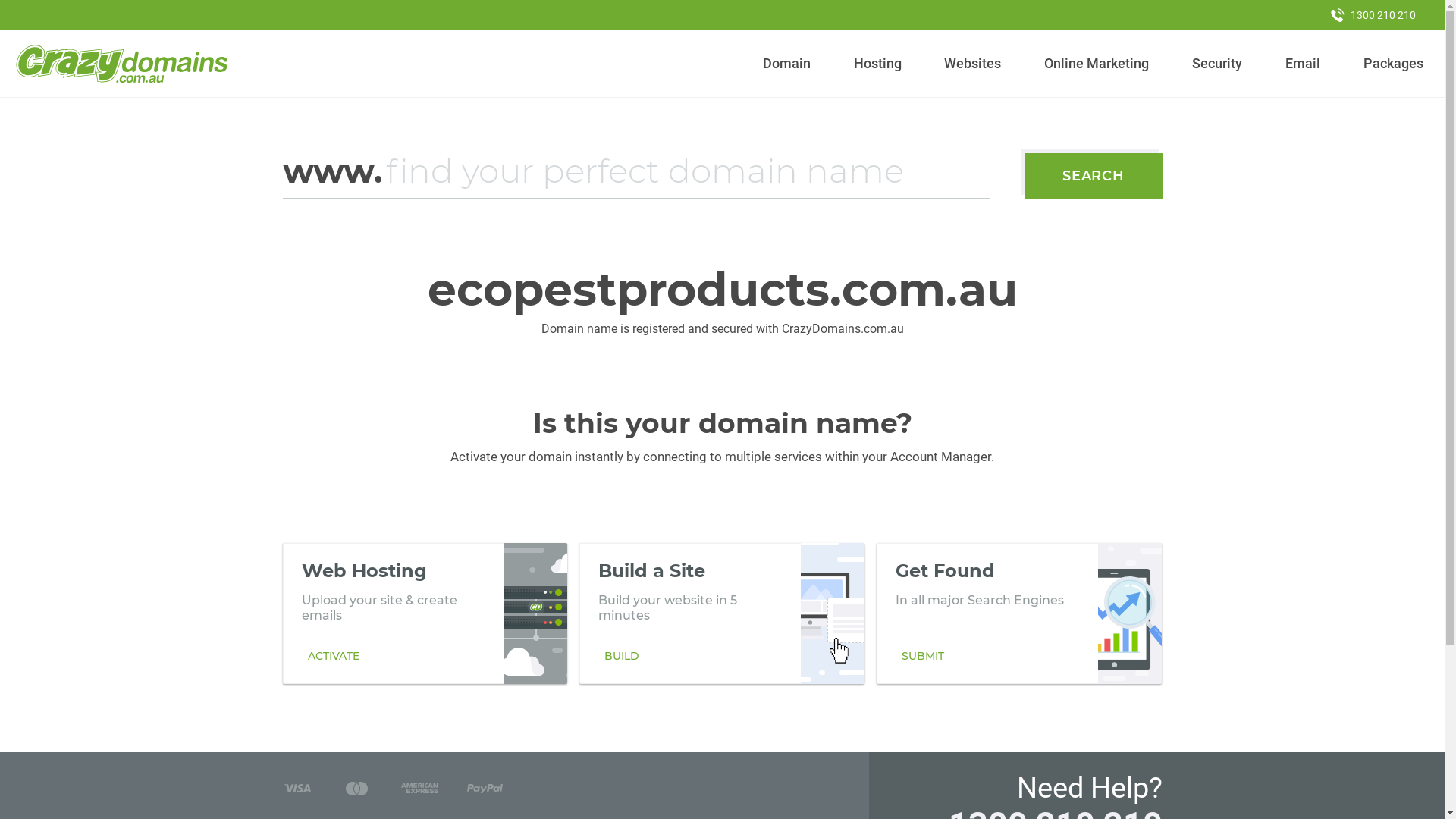 Image resolution: width=1456 pixels, height=819 pixels. What do you see at coordinates (1373, 14) in the screenshot?
I see `'1300 210 210'` at bounding box center [1373, 14].